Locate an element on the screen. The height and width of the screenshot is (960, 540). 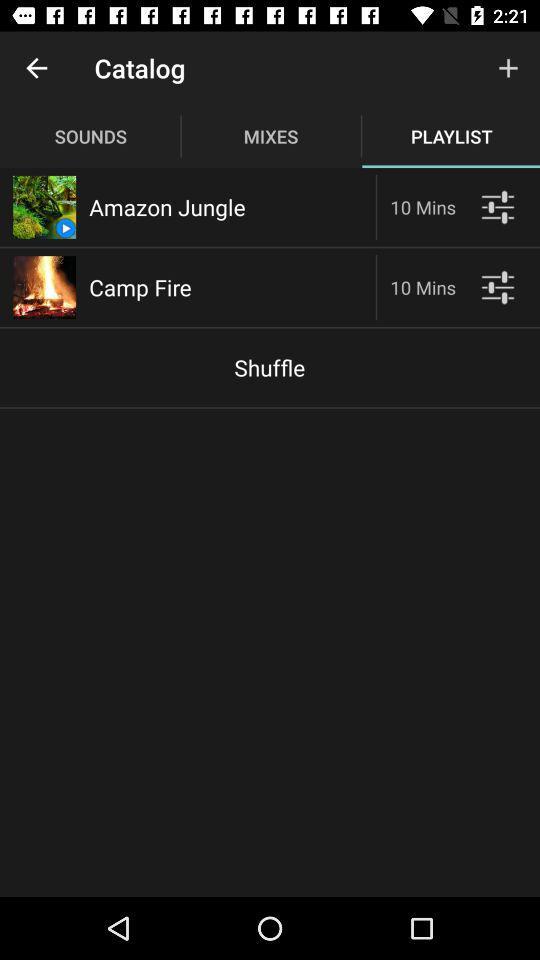
adjust settings is located at coordinates (496, 286).